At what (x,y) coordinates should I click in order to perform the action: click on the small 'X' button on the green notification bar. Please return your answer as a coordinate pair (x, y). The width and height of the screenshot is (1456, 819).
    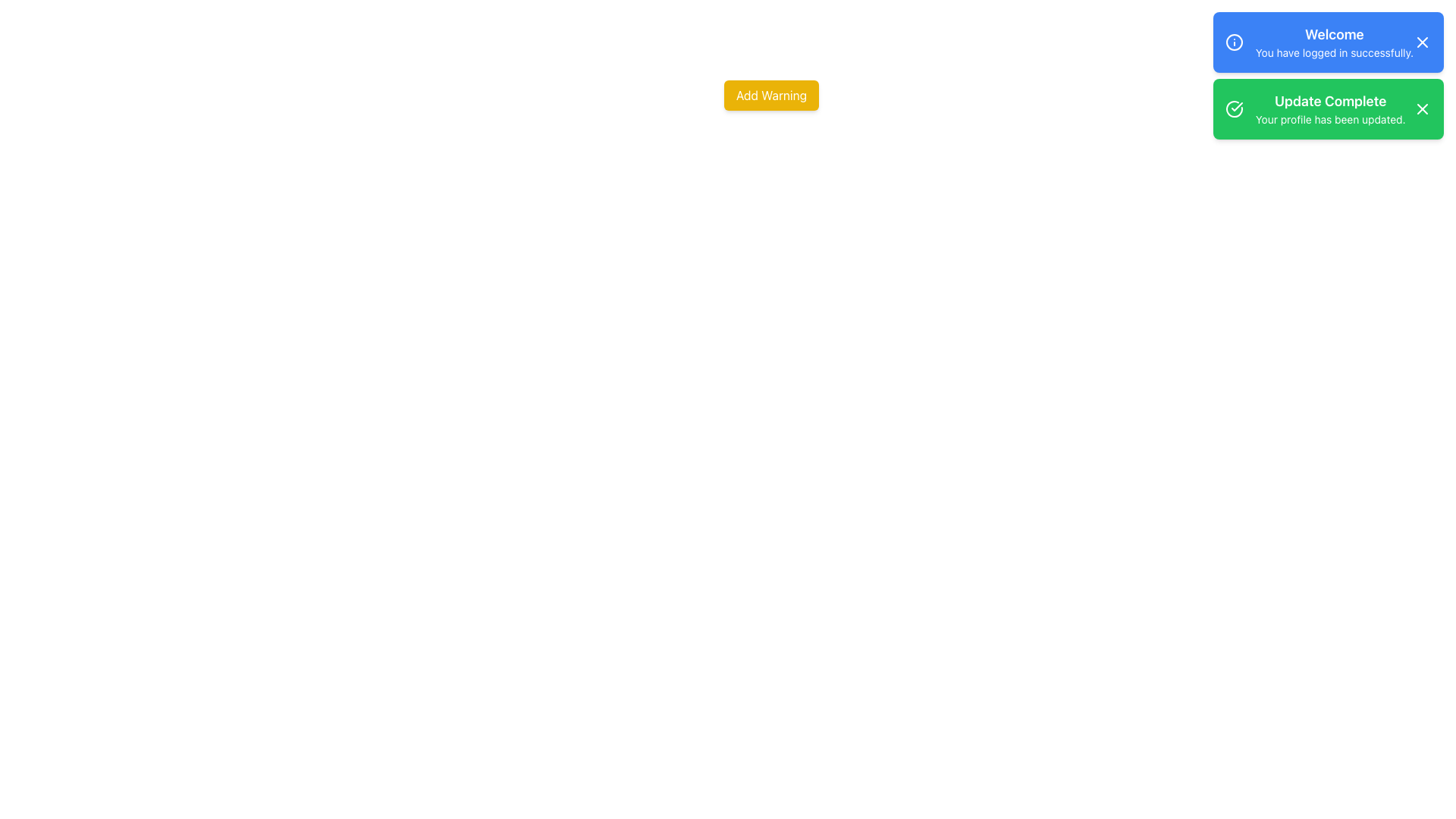
    Looking at the image, I should click on (1422, 108).